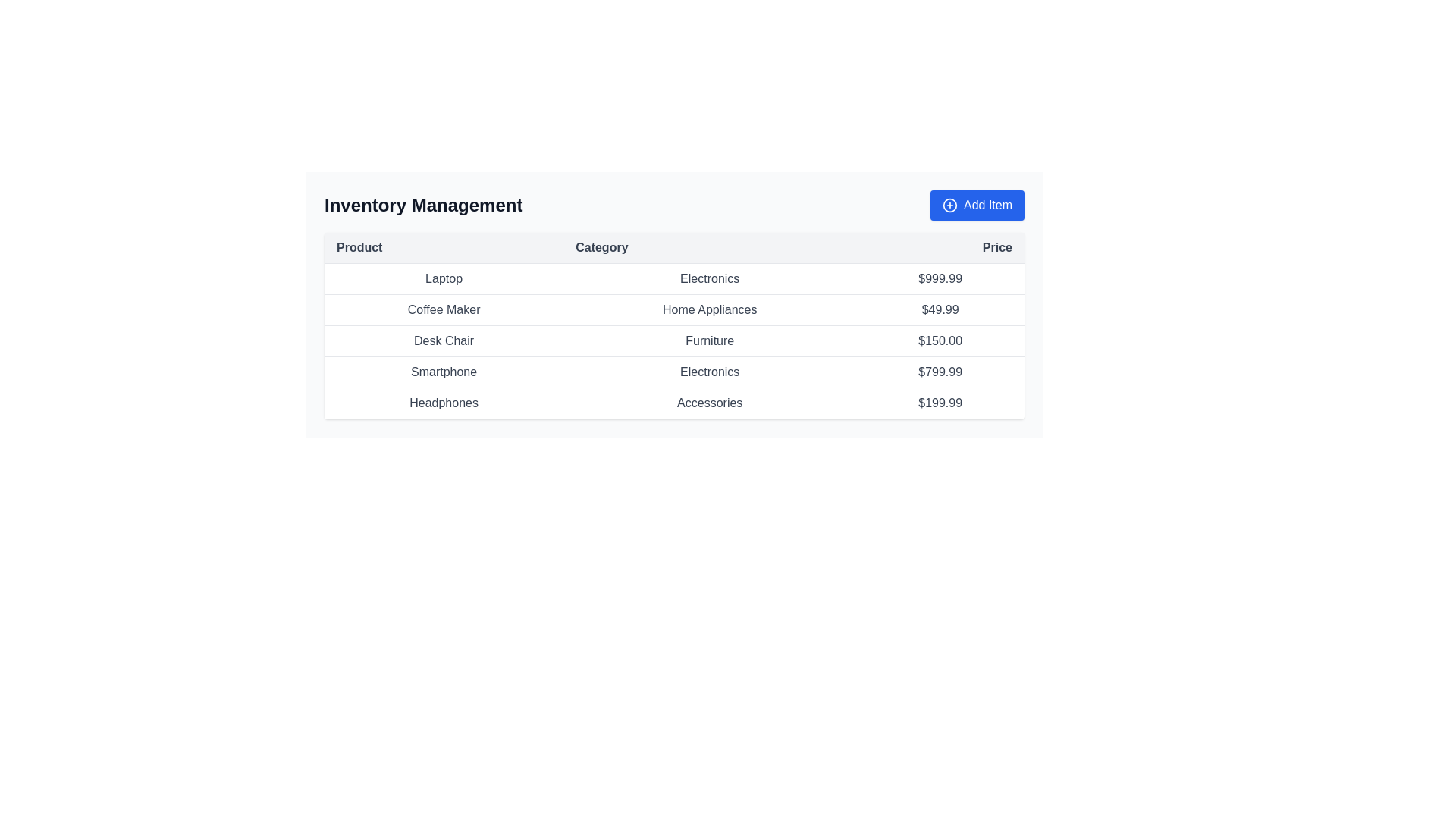  What do you see at coordinates (977, 205) in the screenshot?
I see `the 'Add New Item' button located at the top-right corner of the 'Inventory Management' section` at bounding box center [977, 205].